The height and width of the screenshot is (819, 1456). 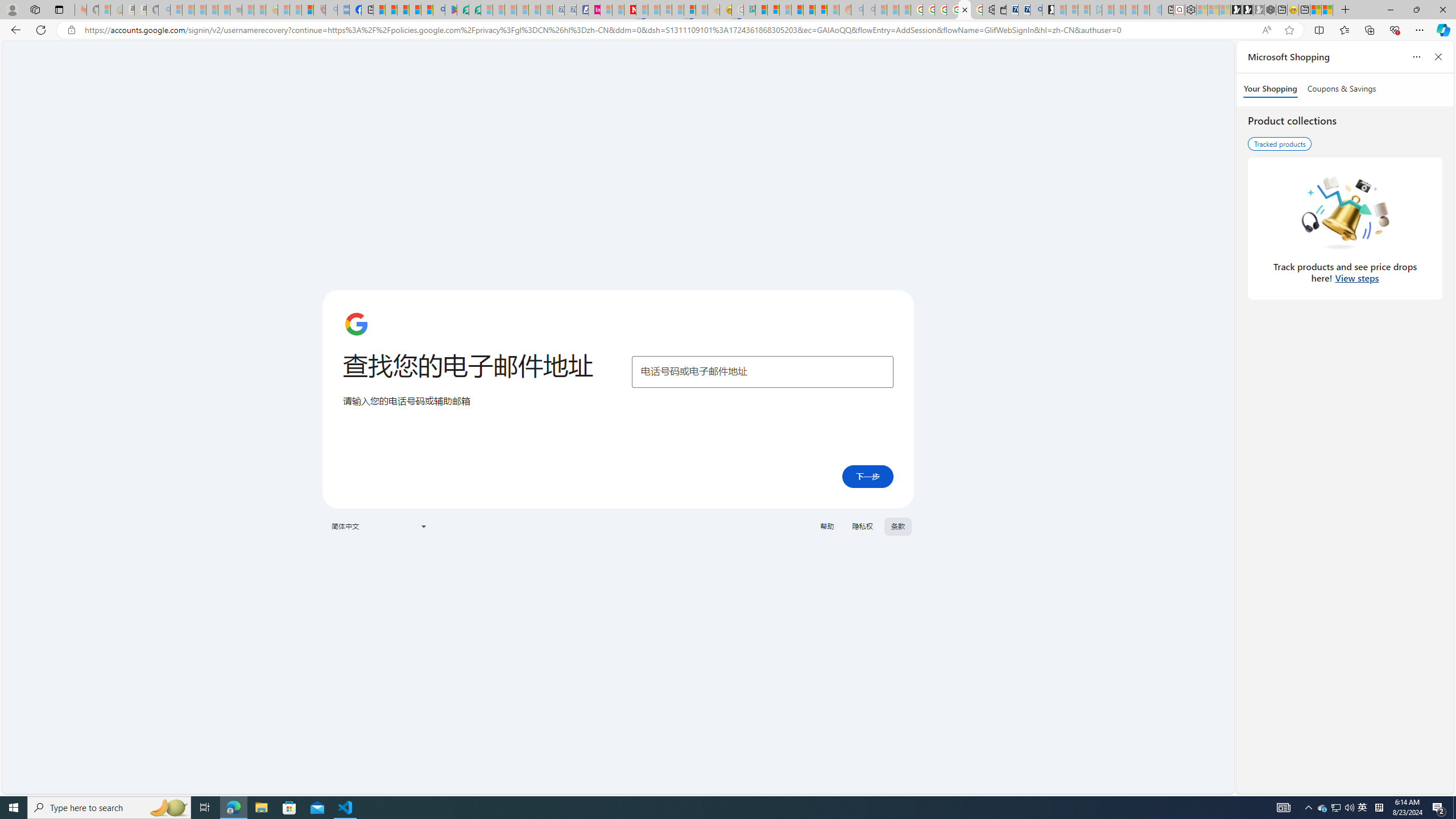 What do you see at coordinates (1155, 9) in the screenshot?
I see `'Home | Sky Blue Bikes - Sky Blue Bikes - Sleeping'` at bounding box center [1155, 9].